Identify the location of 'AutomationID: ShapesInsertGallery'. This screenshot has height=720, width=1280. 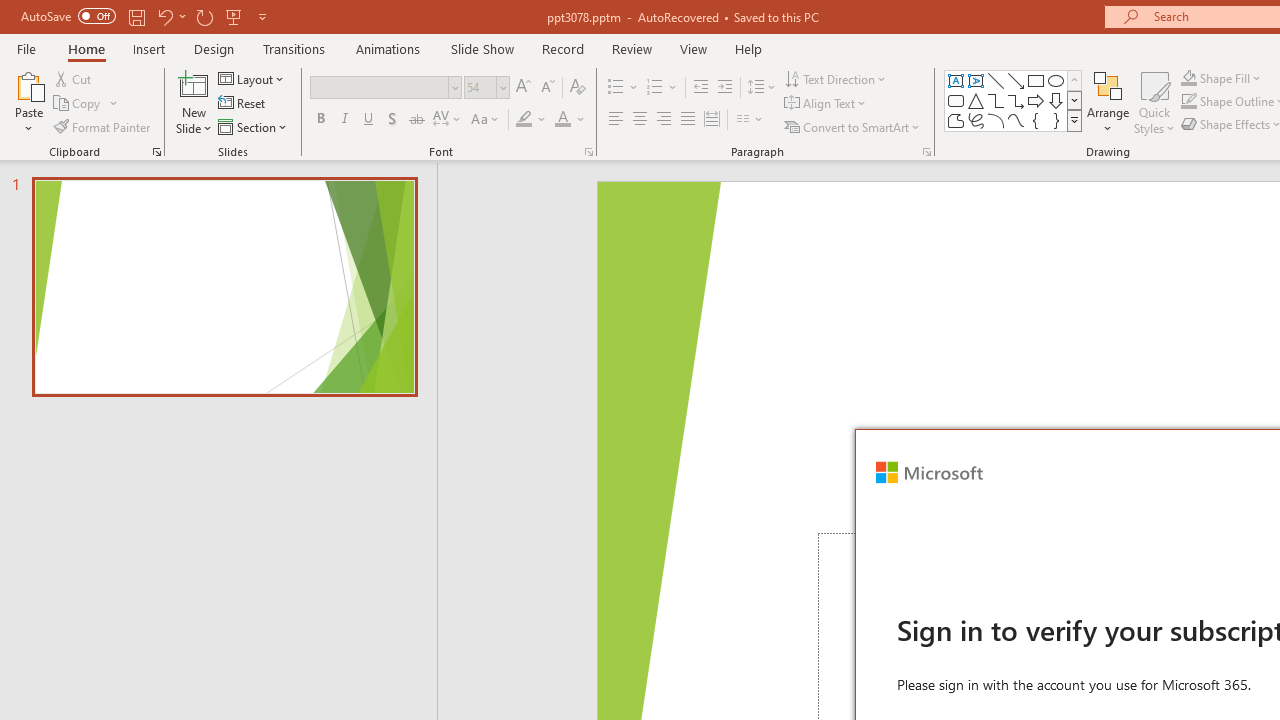
(1014, 100).